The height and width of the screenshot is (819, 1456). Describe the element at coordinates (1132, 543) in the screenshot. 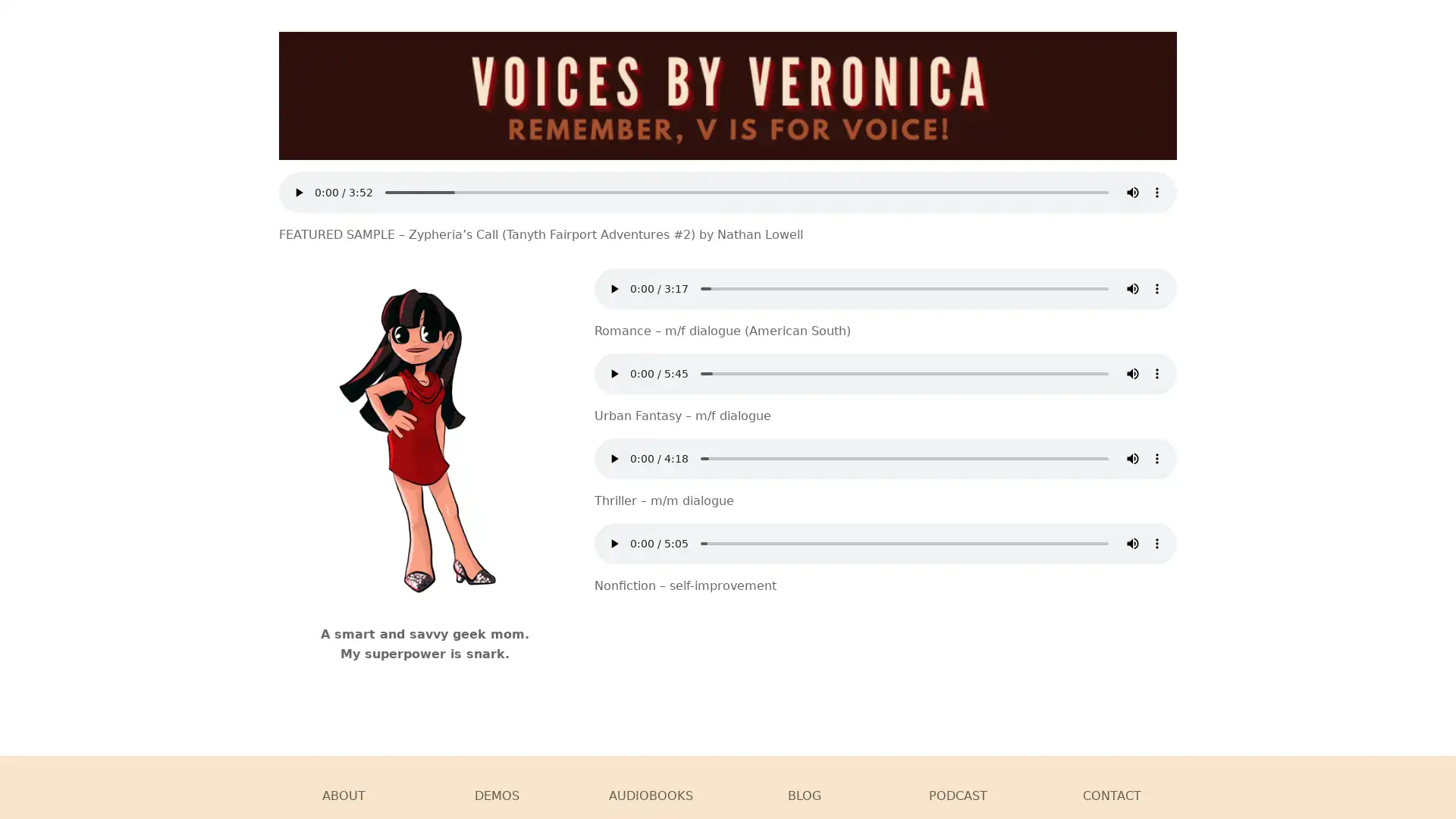

I see `mute` at that location.